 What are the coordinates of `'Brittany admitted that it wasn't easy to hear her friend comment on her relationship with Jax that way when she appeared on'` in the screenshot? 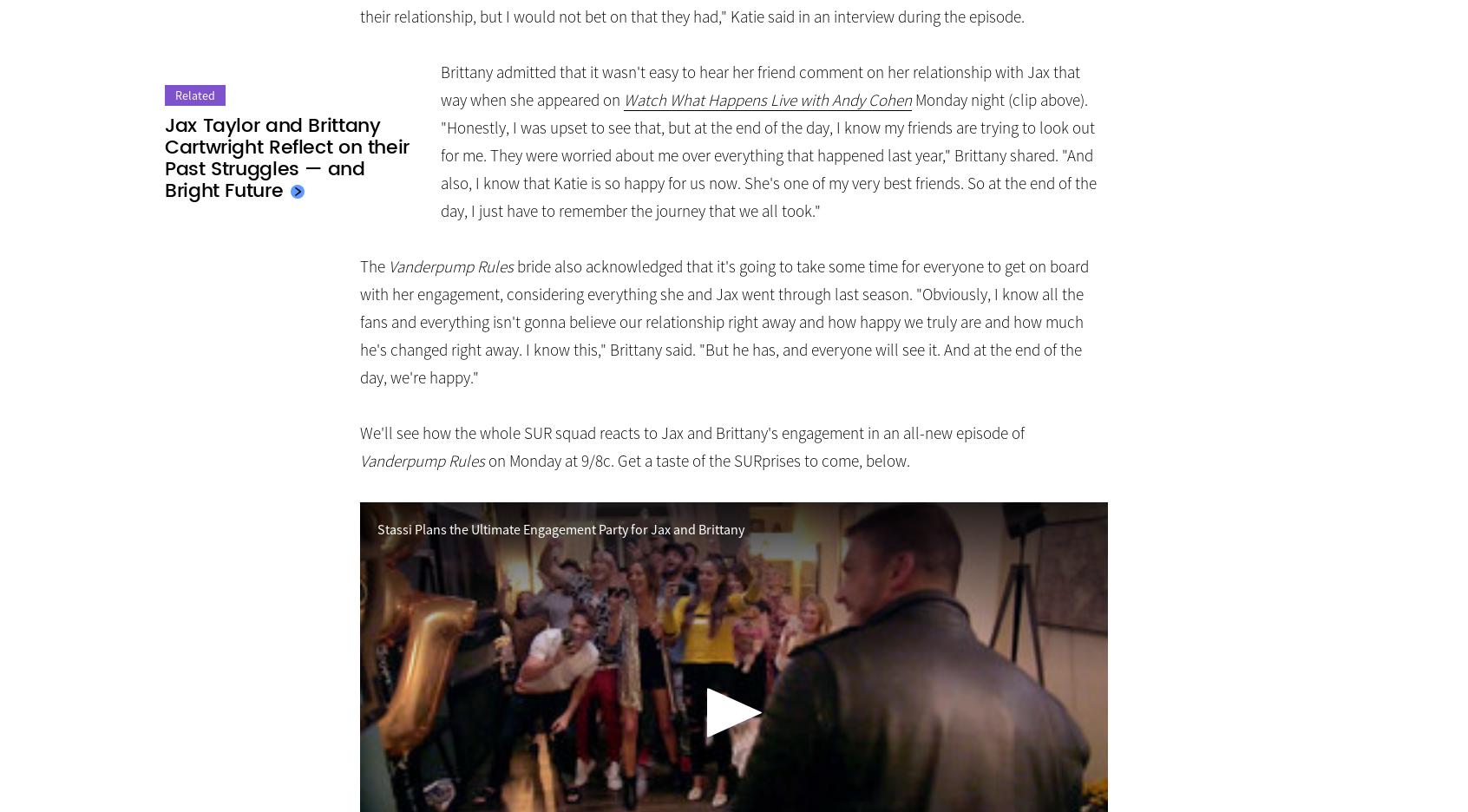 It's located at (440, 85).